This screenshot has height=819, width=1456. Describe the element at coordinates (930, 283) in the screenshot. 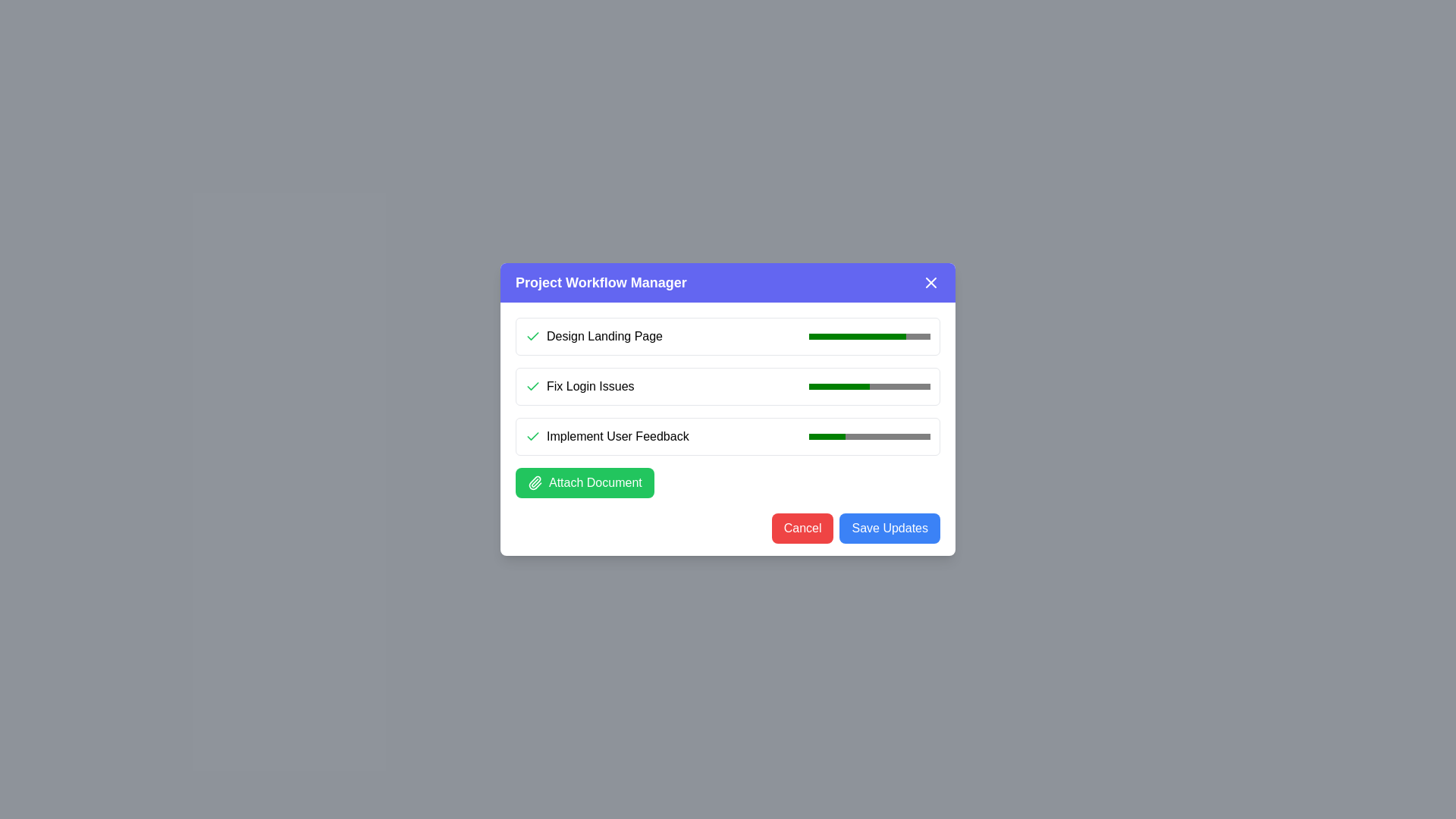

I see `the close button represented by an 'X' icon, which is styled with a white outline against a purple background, located in the top right corner of the modal header` at that location.